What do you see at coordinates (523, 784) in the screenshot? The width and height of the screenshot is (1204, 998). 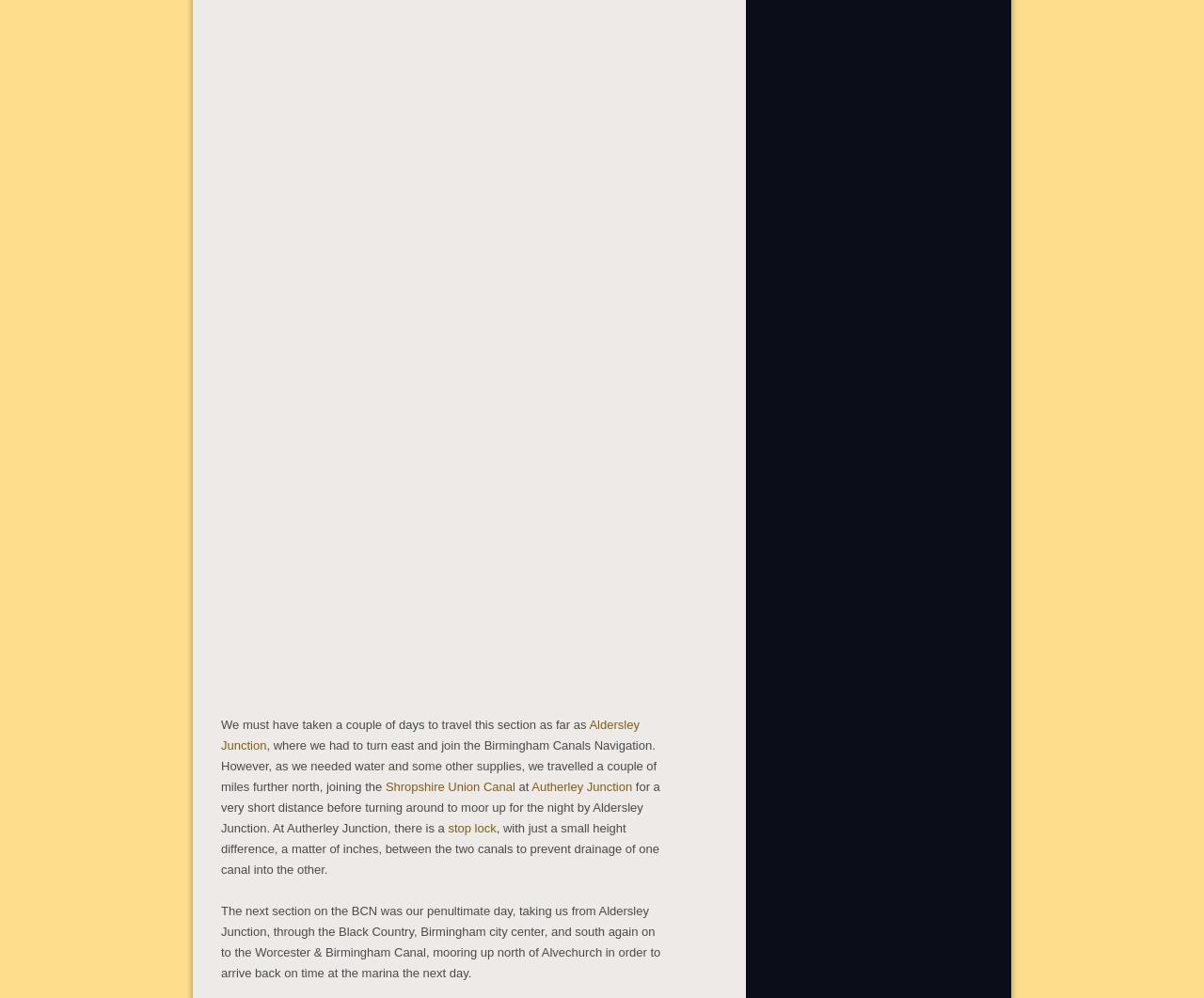 I see `'at'` at bounding box center [523, 784].